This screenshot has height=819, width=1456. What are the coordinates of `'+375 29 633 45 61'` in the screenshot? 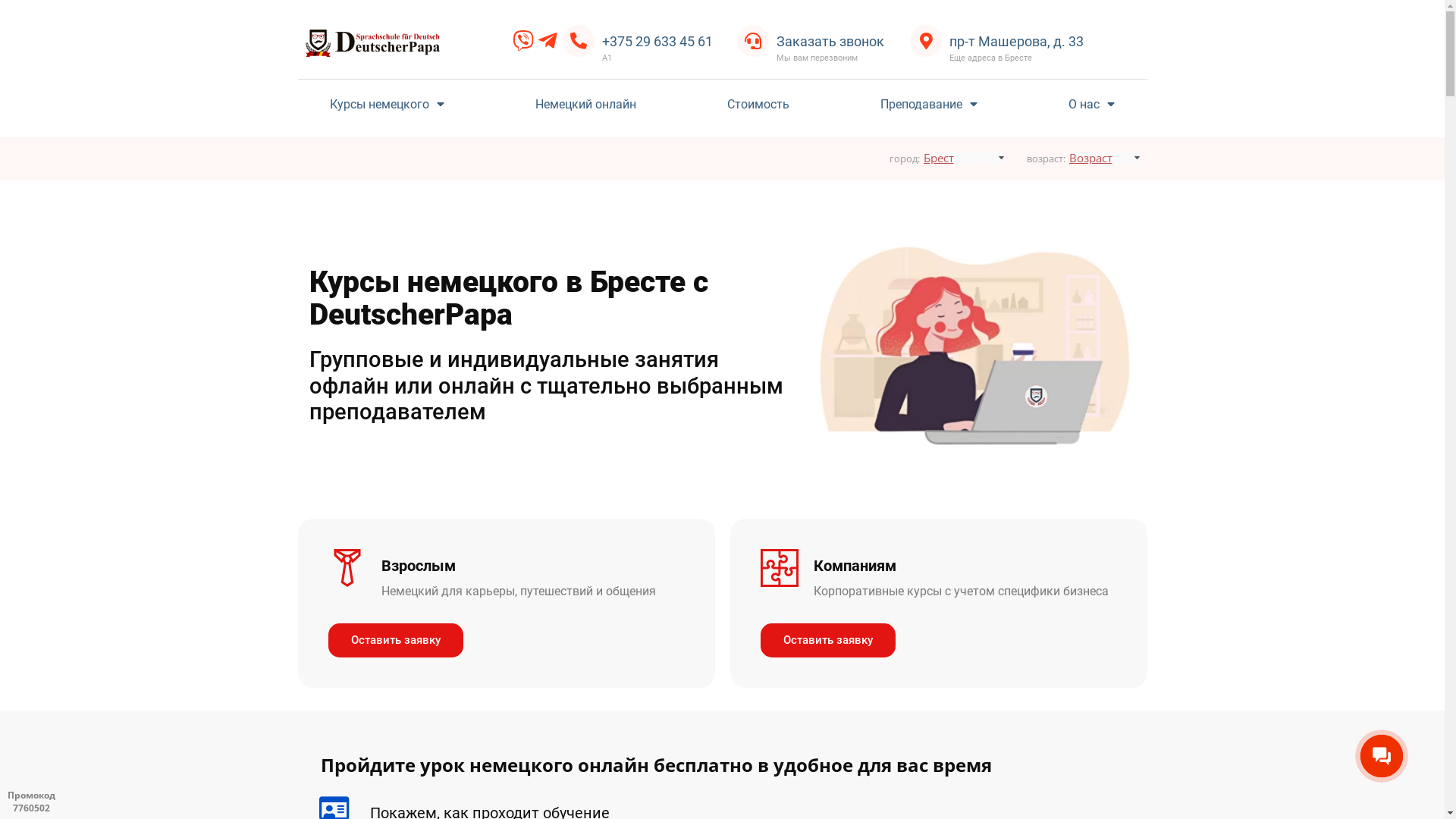 It's located at (657, 40).